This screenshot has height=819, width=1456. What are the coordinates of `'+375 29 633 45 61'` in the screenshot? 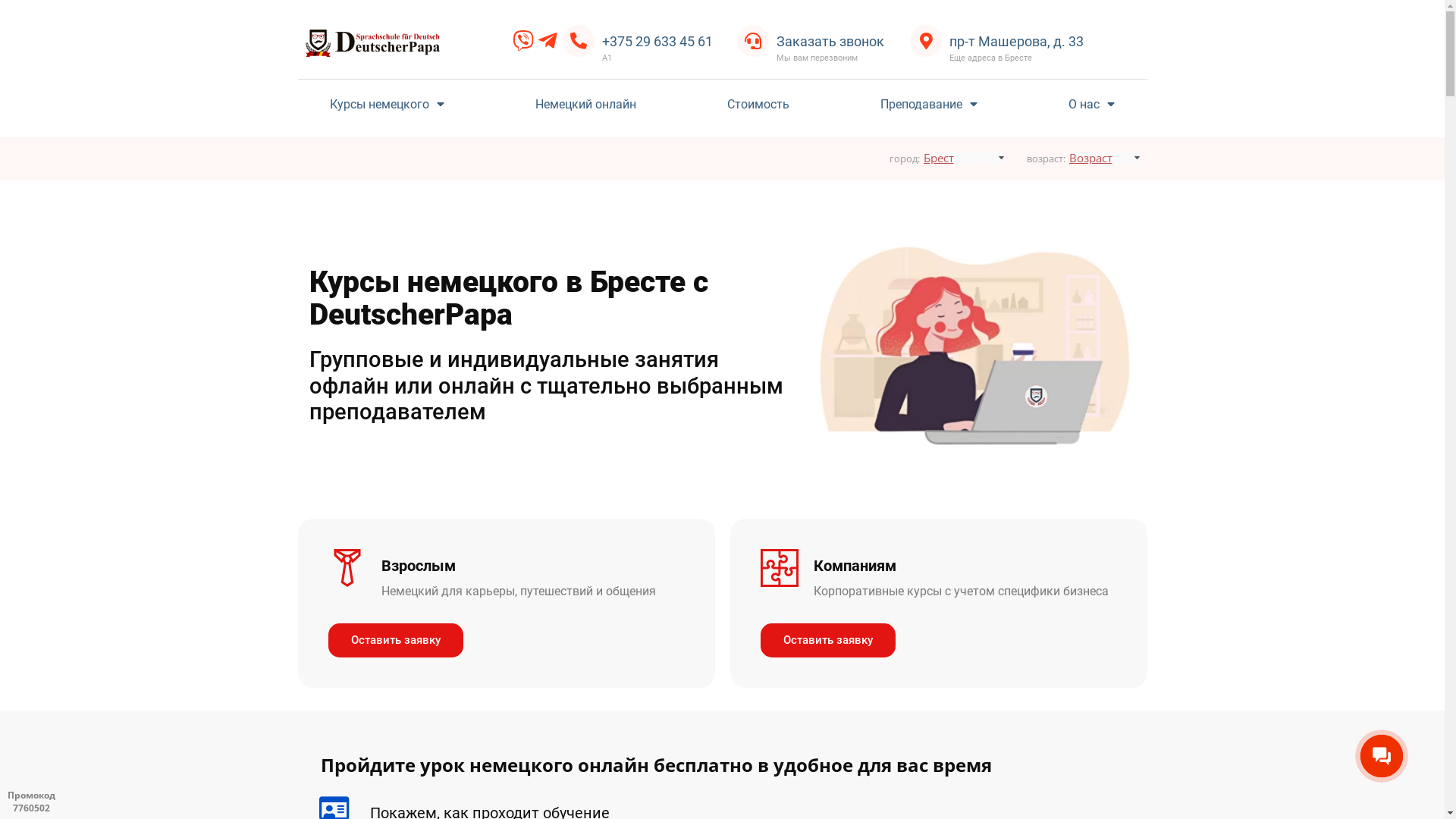 It's located at (657, 40).